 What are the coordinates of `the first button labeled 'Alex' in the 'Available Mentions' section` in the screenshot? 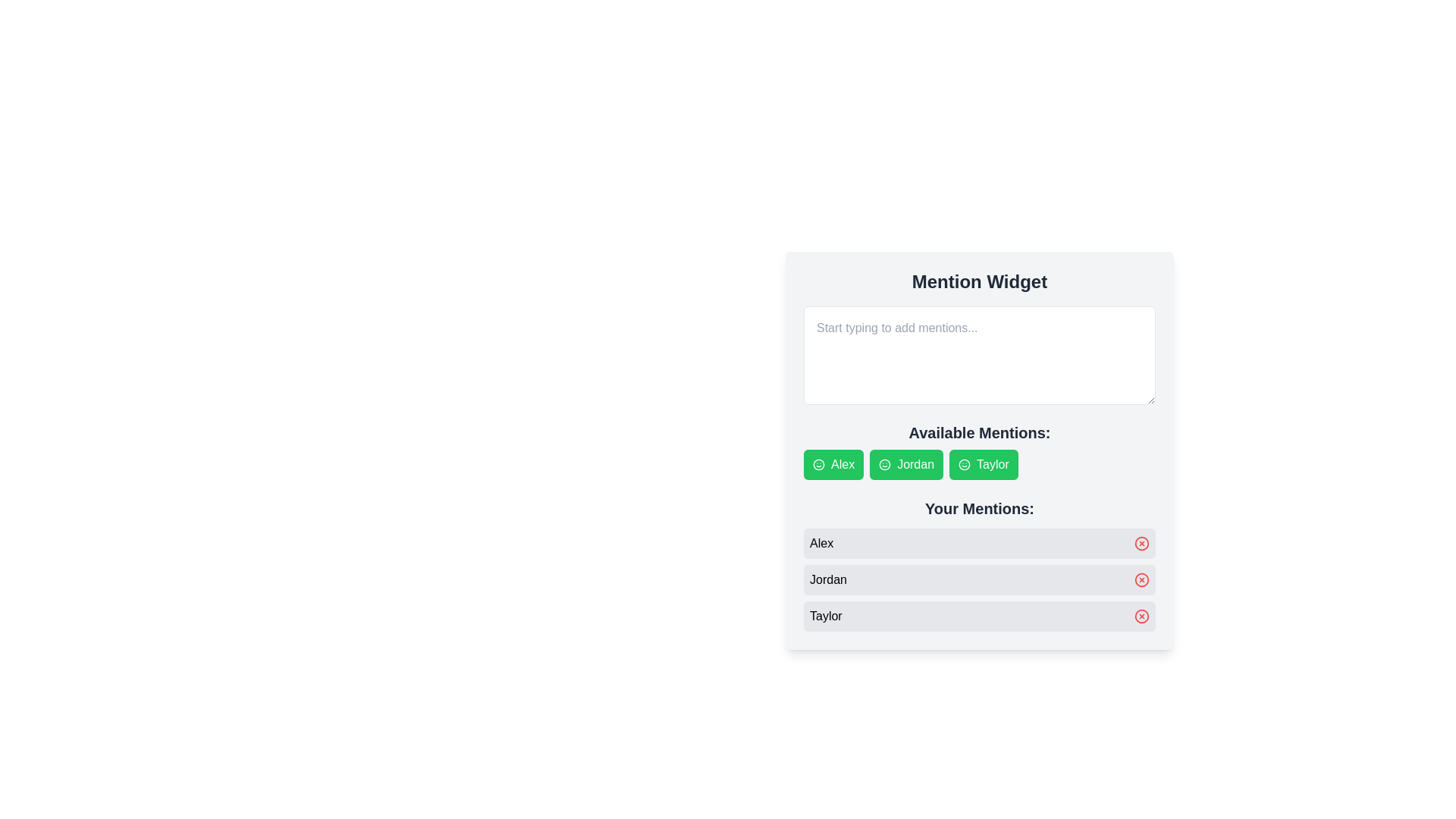 It's located at (833, 464).